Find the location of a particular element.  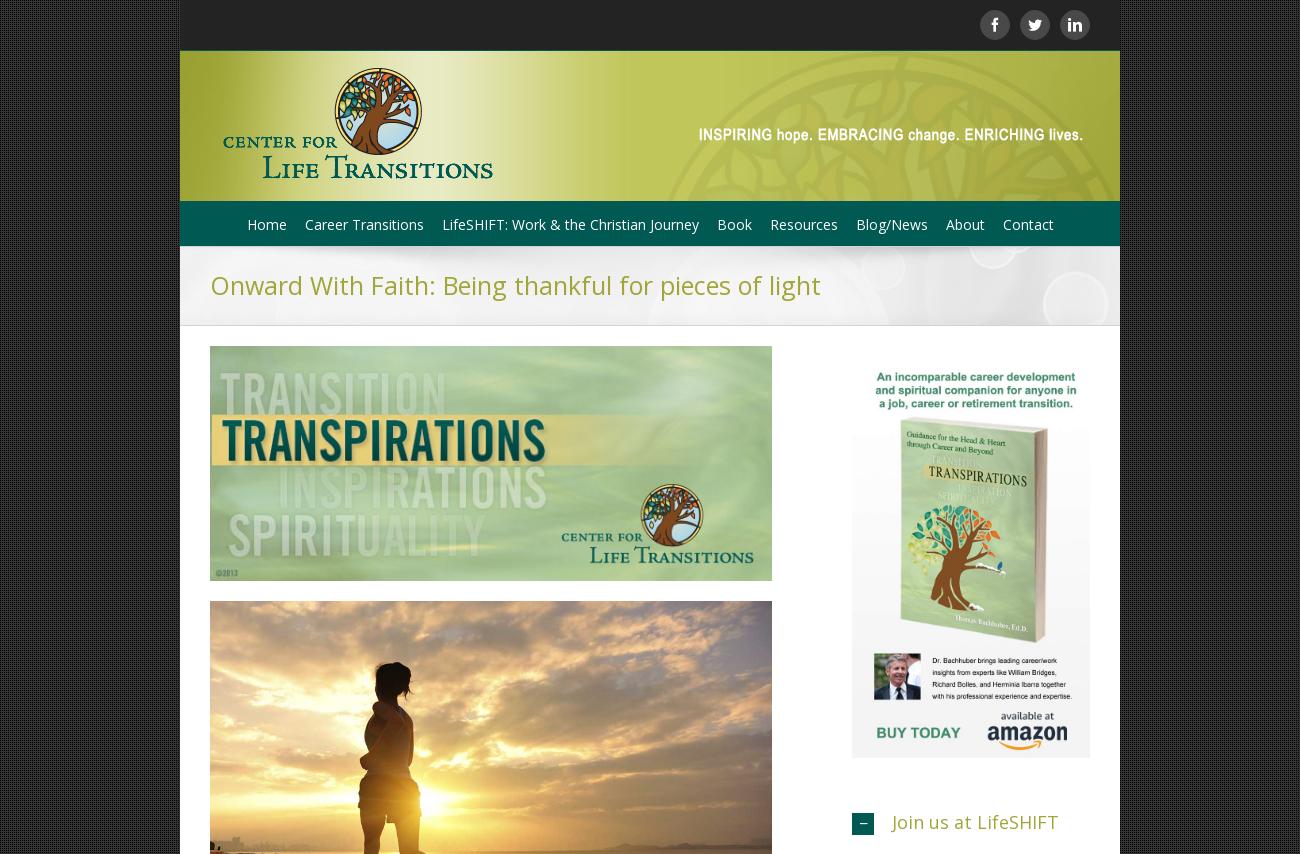

'Online Resources' is located at coordinates (843, 352).